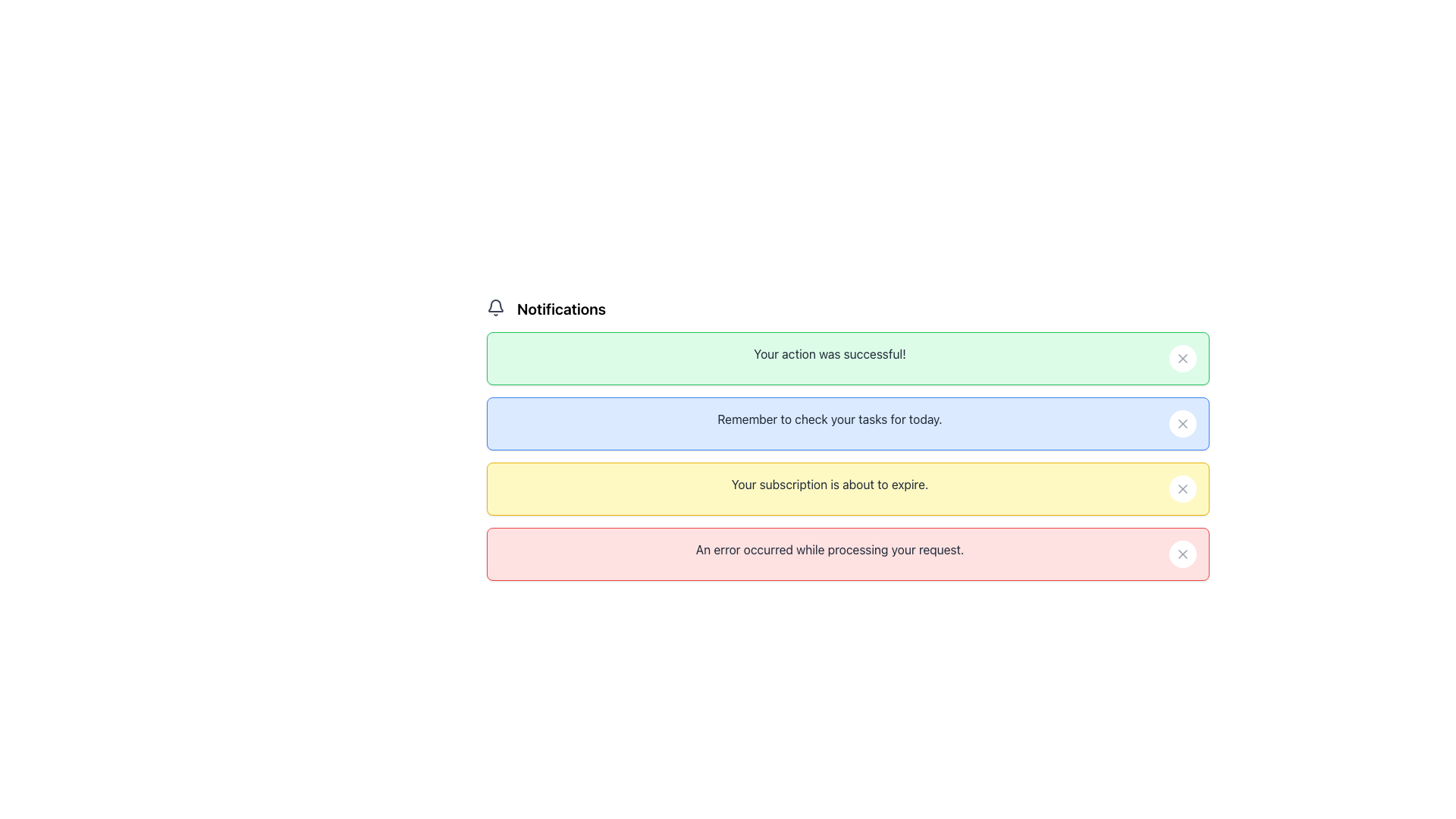 This screenshot has width=1456, height=819. What do you see at coordinates (1182, 359) in the screenshot?
I see `the close button located at the rightmost part of the green notification bar, adjacent to the text 'Your action was successful!'` at bounding box center [1182, 359].